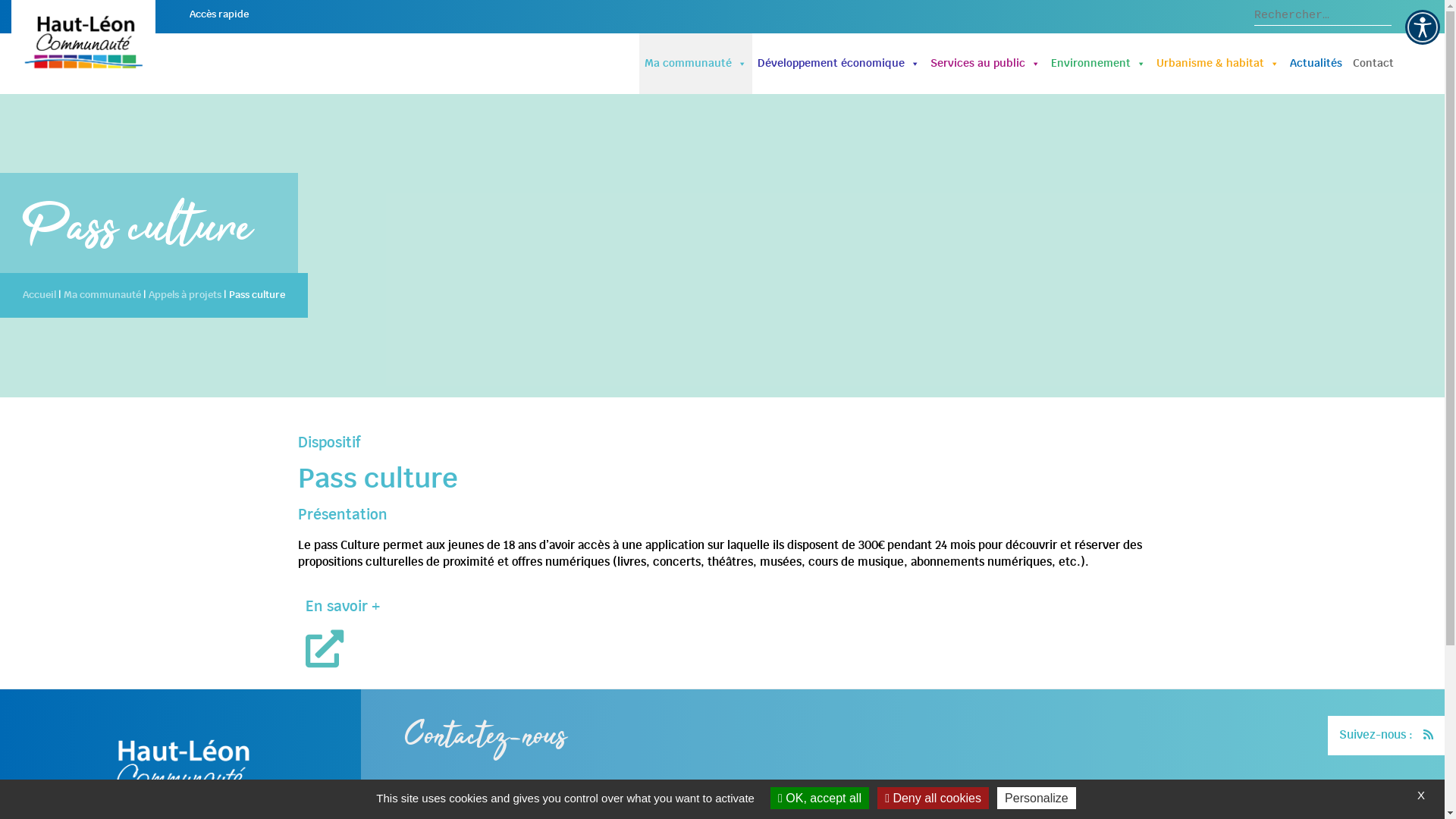 Image resolution: width=1456 pixels, height=819 pixels. Describe the element at coordinates (877, 797) in the screenshot. I see `'Deny all cookies'` at that location.